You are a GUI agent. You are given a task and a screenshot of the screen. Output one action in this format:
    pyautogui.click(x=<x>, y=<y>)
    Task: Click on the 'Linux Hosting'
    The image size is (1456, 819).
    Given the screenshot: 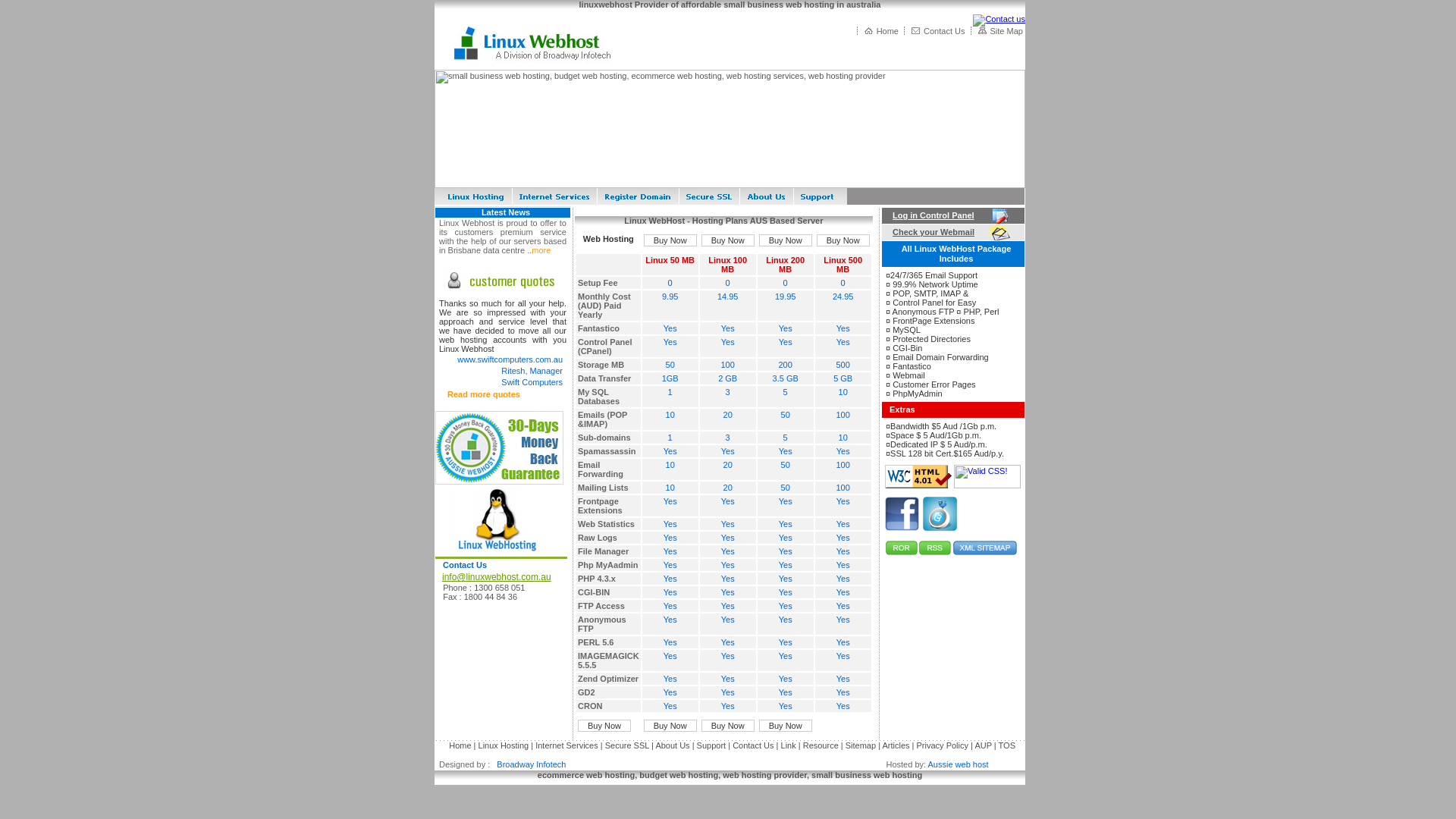 What is the action you would take?
    pyautogui.click(x=504, y=745)
    